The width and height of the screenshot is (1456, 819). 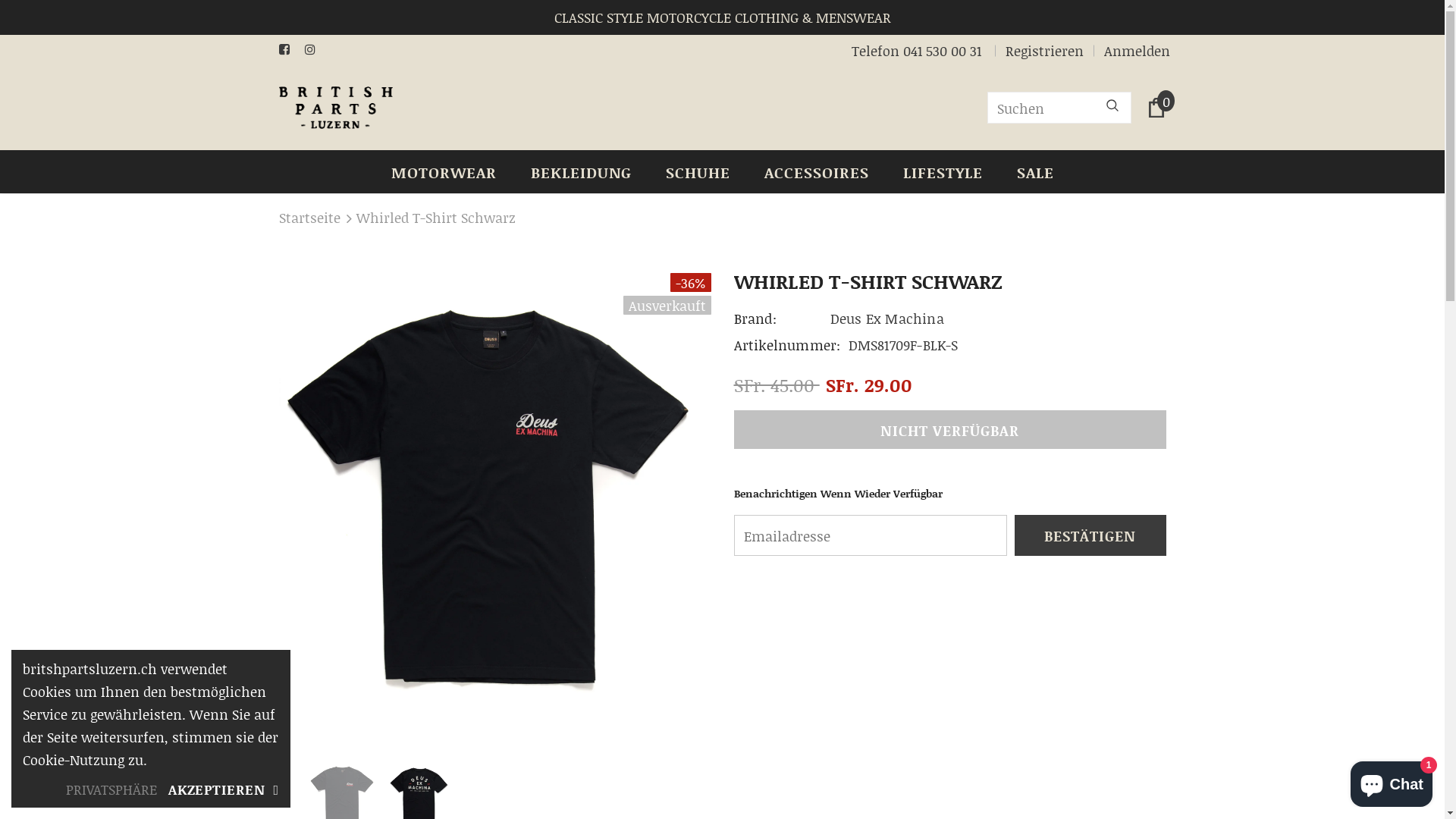 I want to click on 'Deus Ex Machina', so click(x=887, y=318).